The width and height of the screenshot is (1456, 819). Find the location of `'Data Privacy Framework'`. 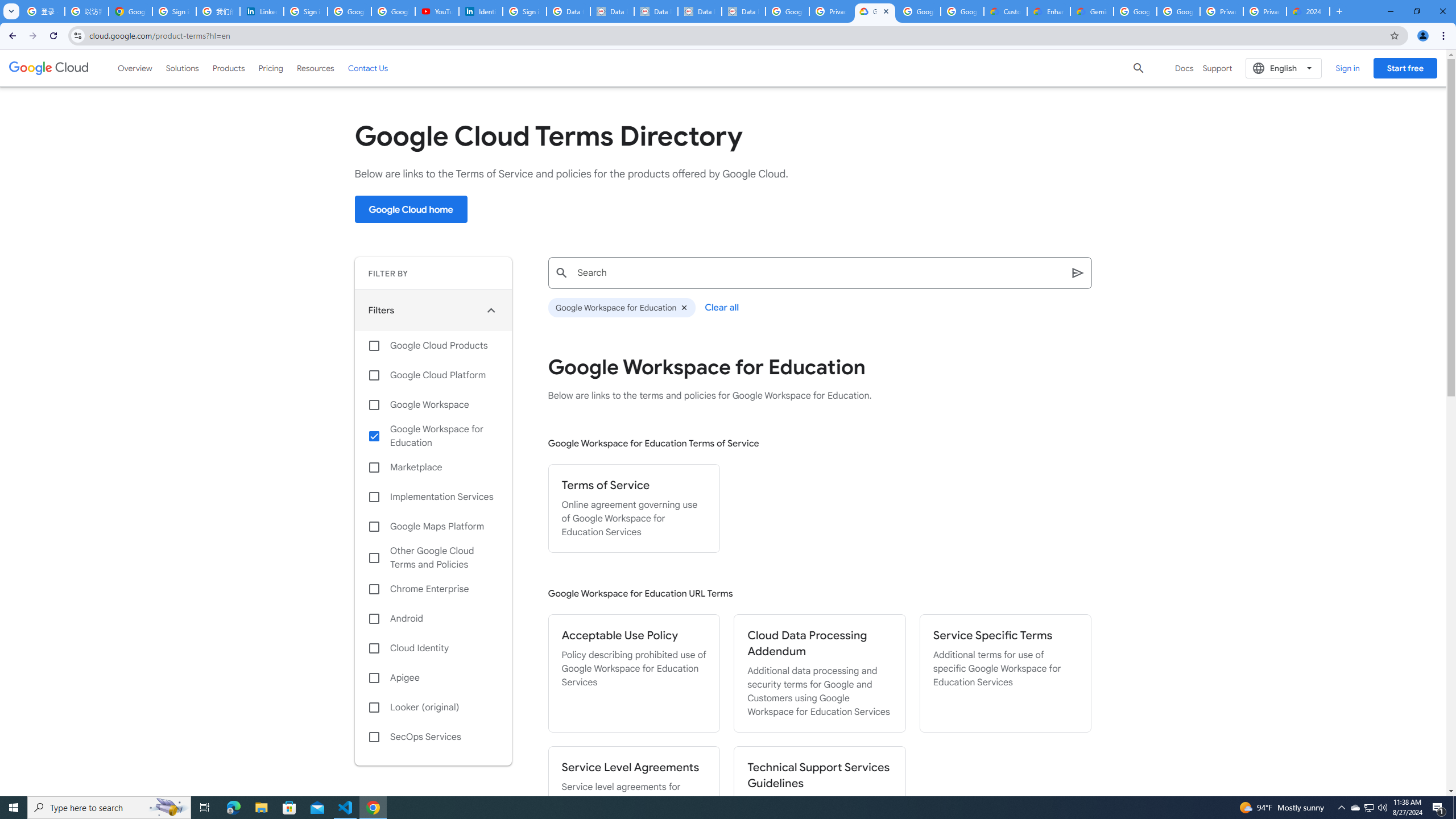

'Data Privacy Framework' is located at coordinates (656, 11).